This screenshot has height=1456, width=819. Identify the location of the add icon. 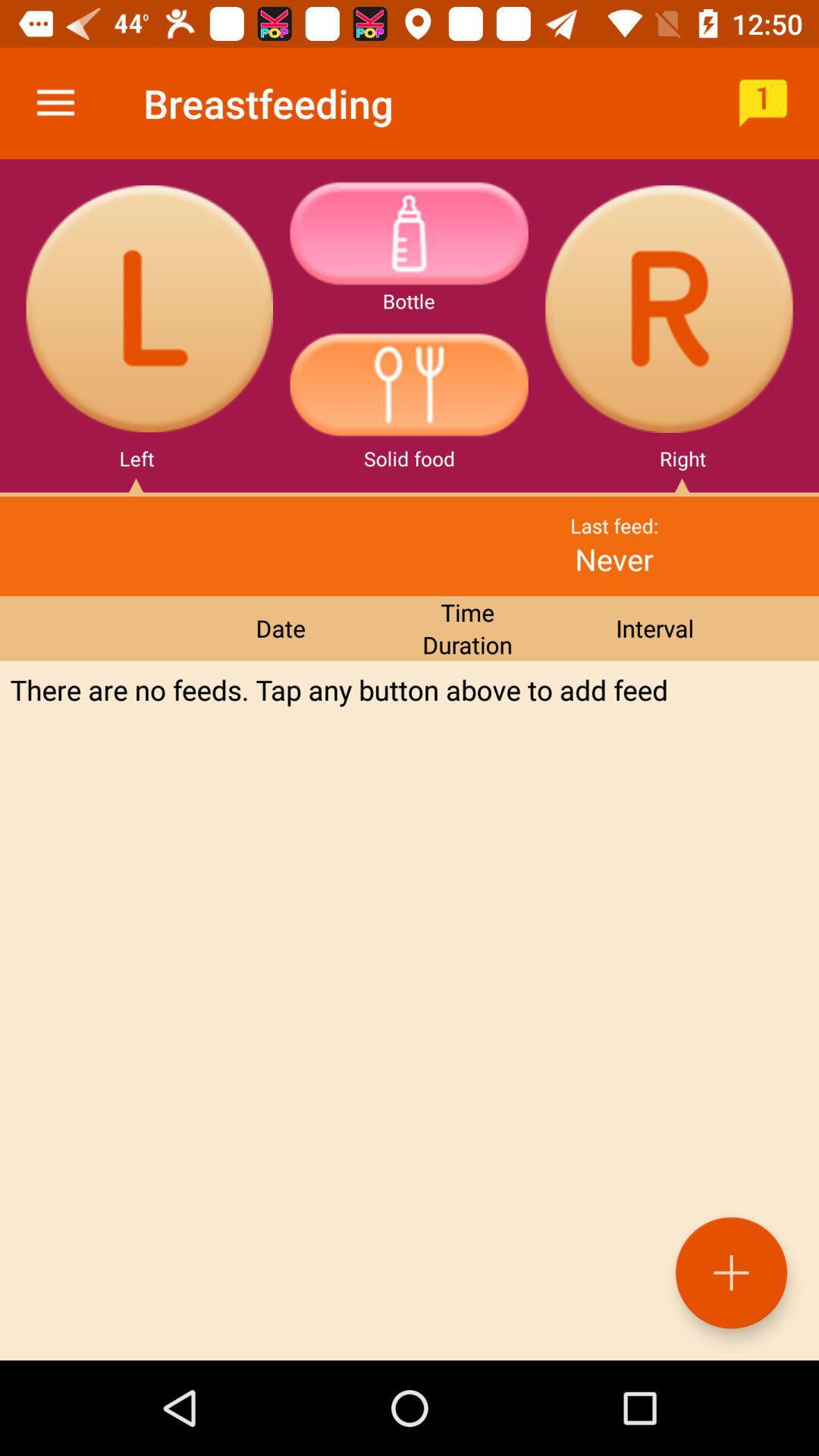
(730, 1272).